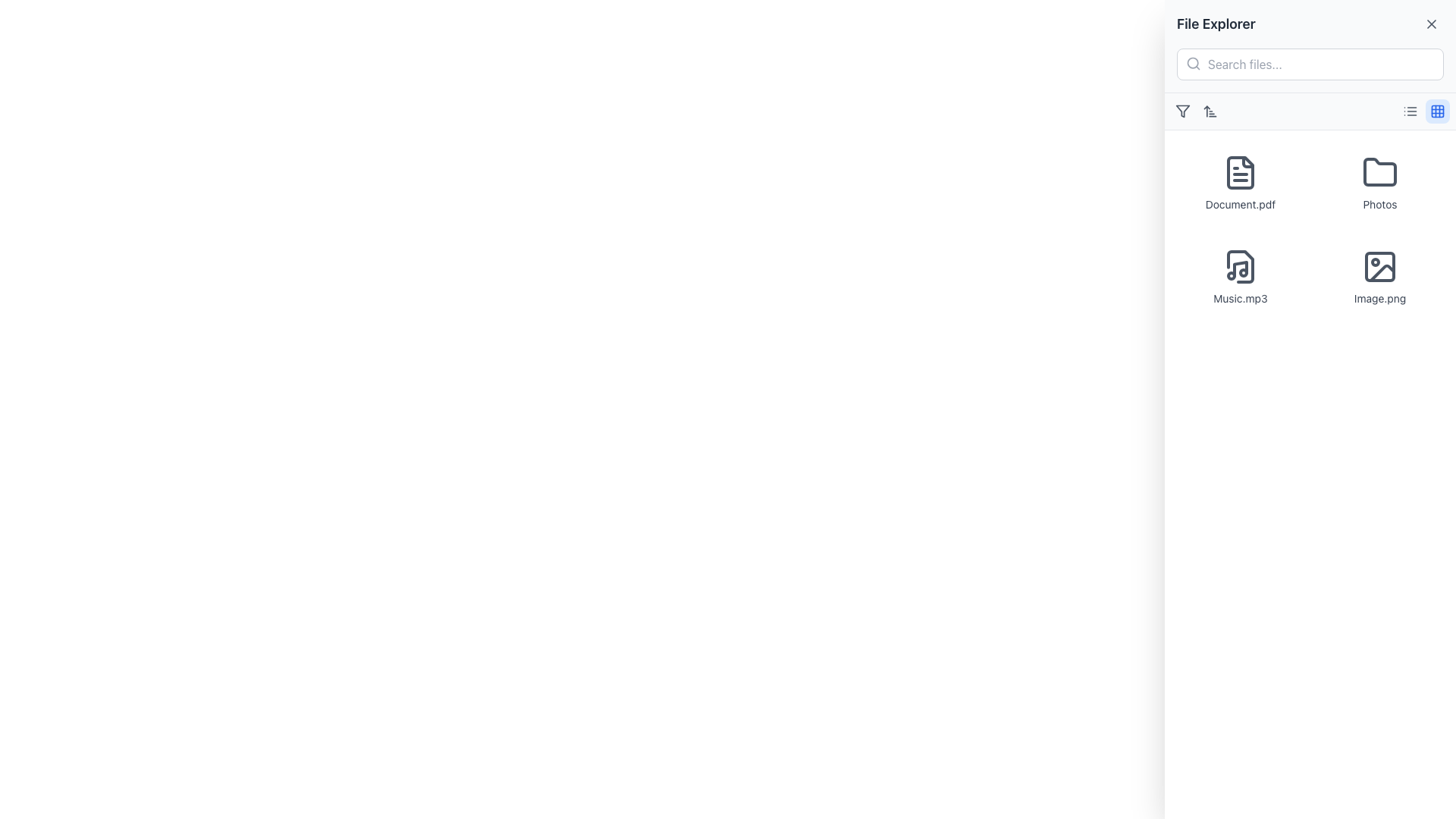 Image resolution: width=1456 pixels, height=819 pixels. What do you see at coordinates (1241, 265) in the screenshot?
I see `the music file icon, which is a gray minimalist design featuring a sheet of paper and music notes, located above the label 'Music.mp3'` at bounding box center [1241, 265].